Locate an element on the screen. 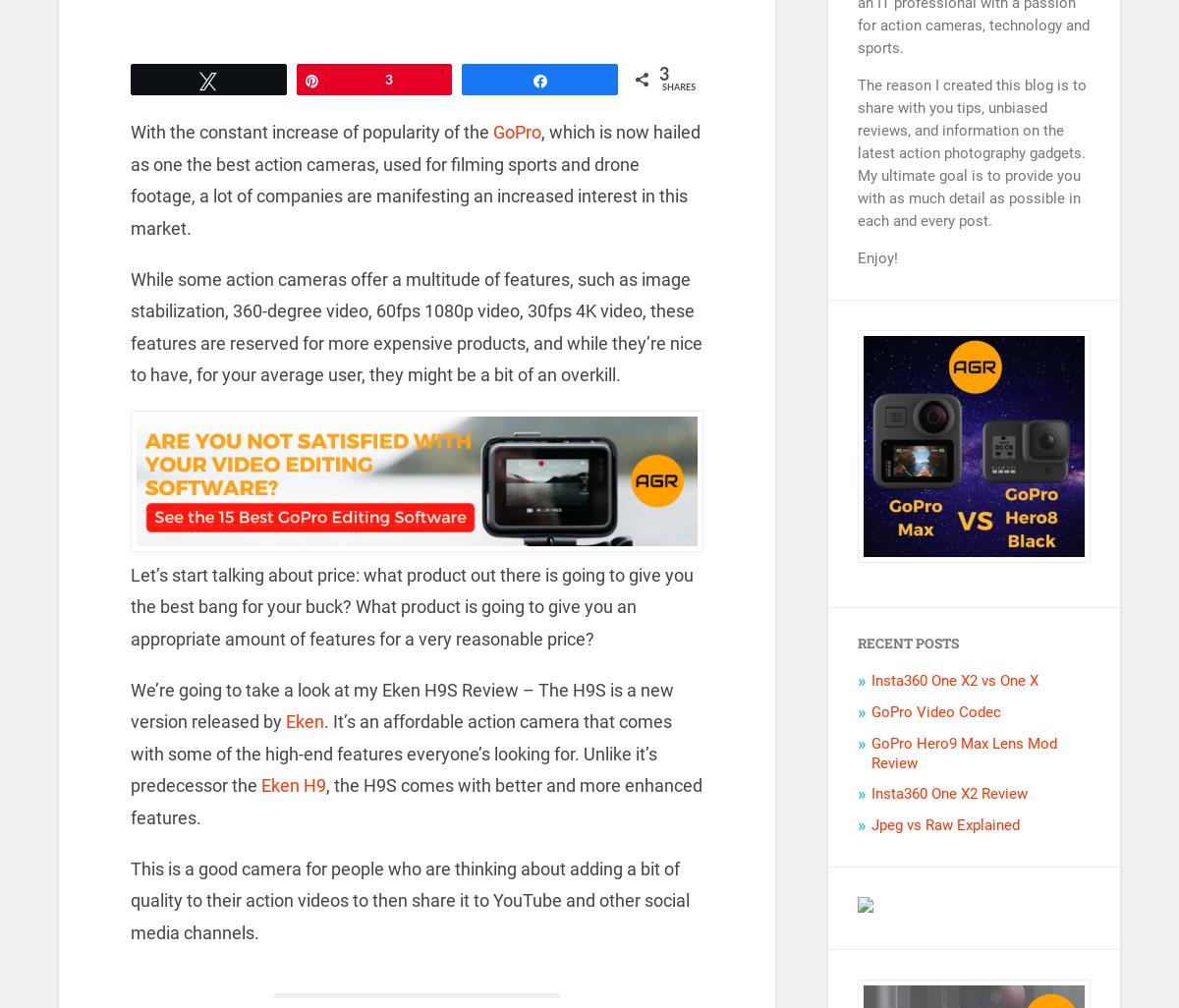 The width and height of the screenshot is (1179, 1008). 'GoPro' is located at coordinates (515, 132).